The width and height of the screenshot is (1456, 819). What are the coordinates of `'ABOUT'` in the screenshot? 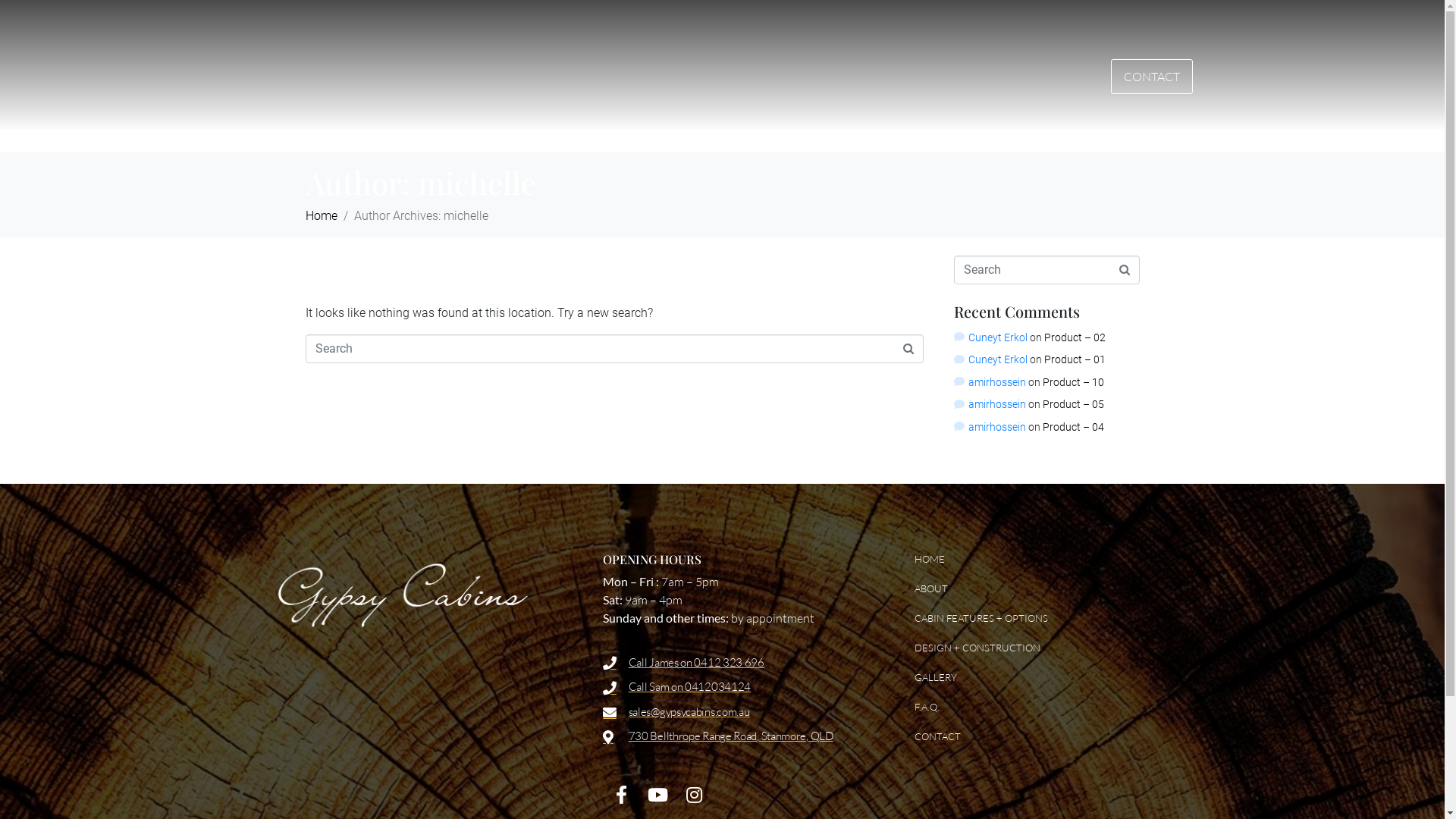 It's located at (913, 588).